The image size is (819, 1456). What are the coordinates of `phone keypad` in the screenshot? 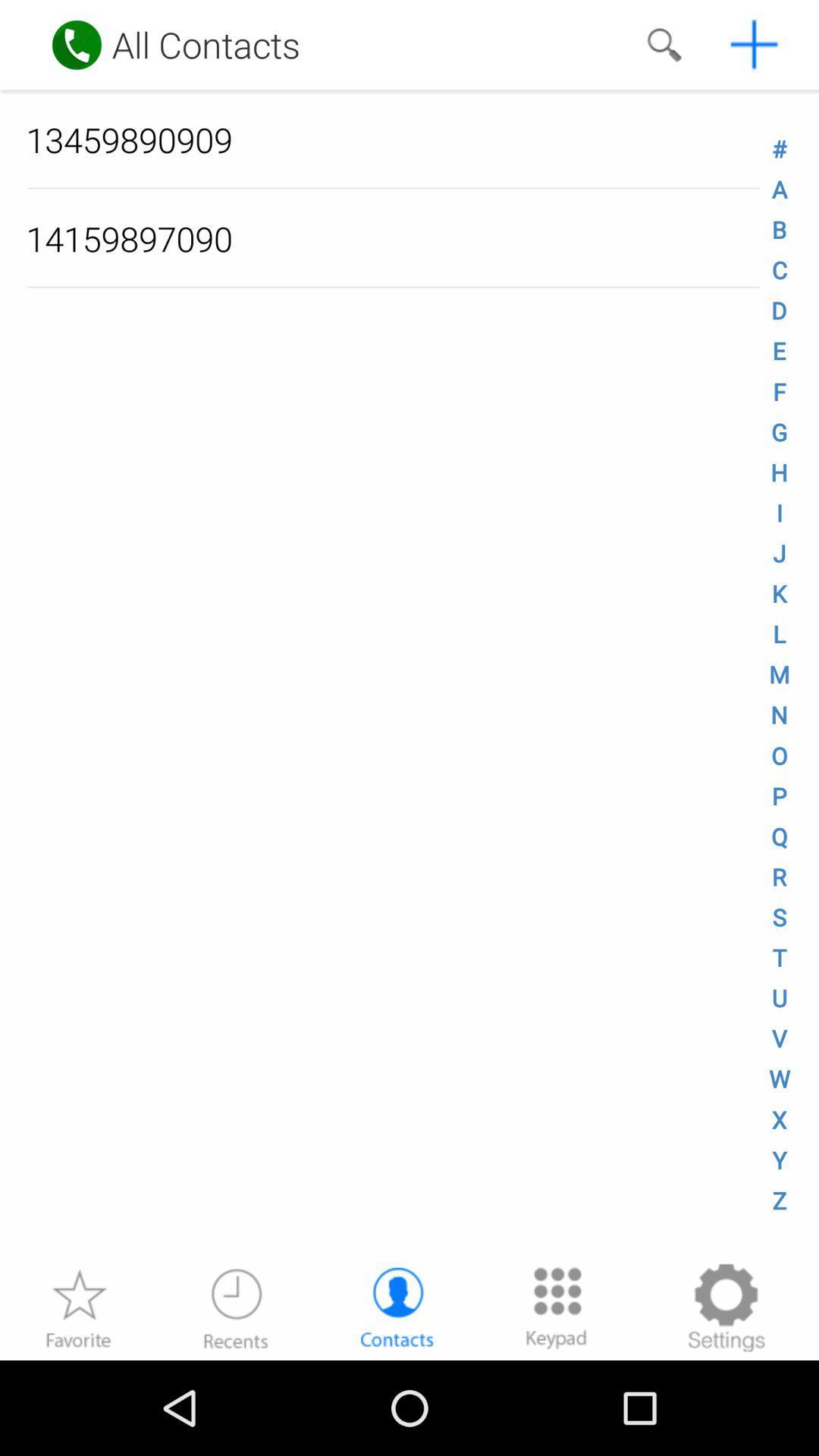 It's located at (556, 1307).